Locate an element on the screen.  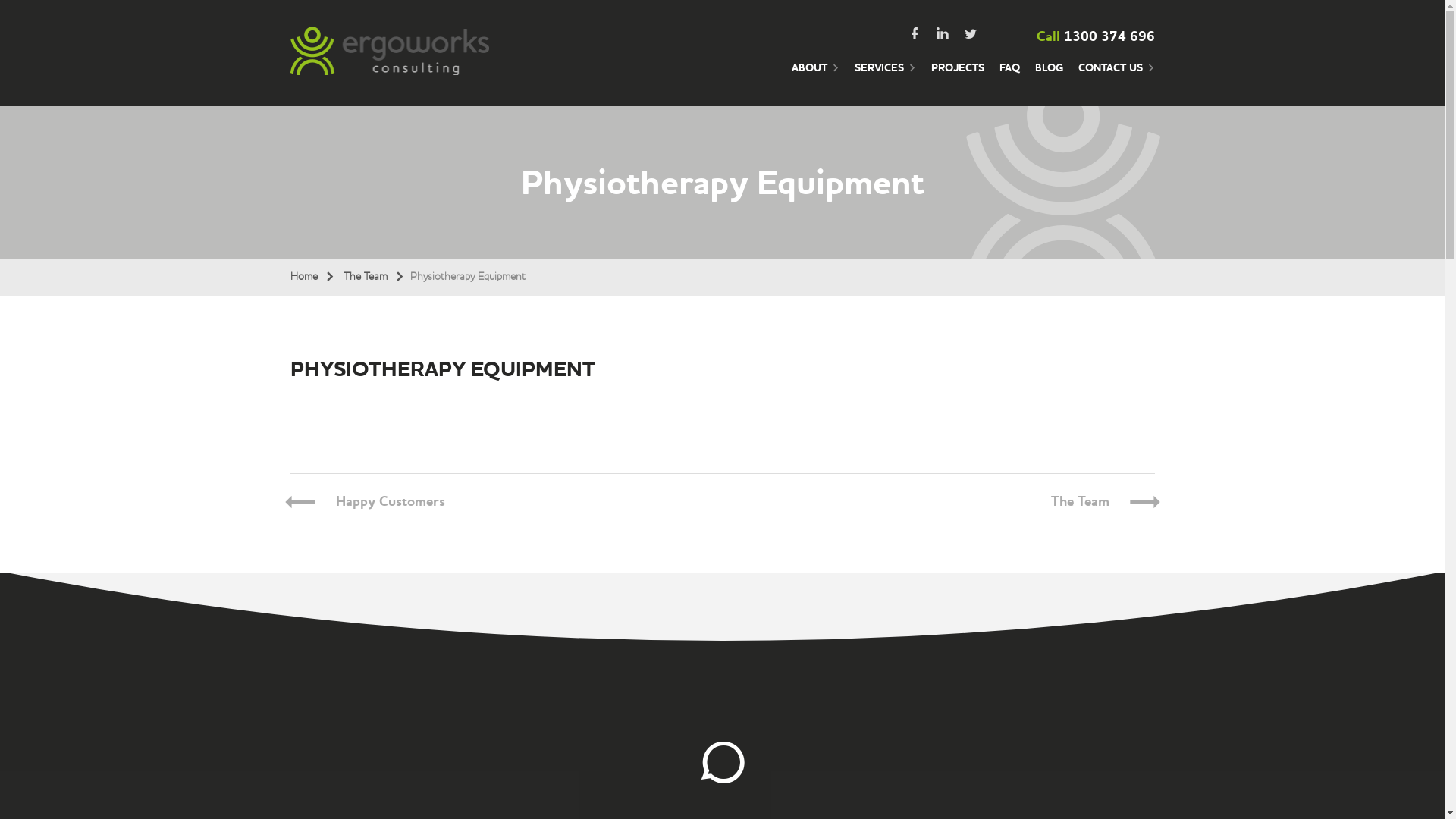
'CONTACT US' is located at coordinates (1116, 76).